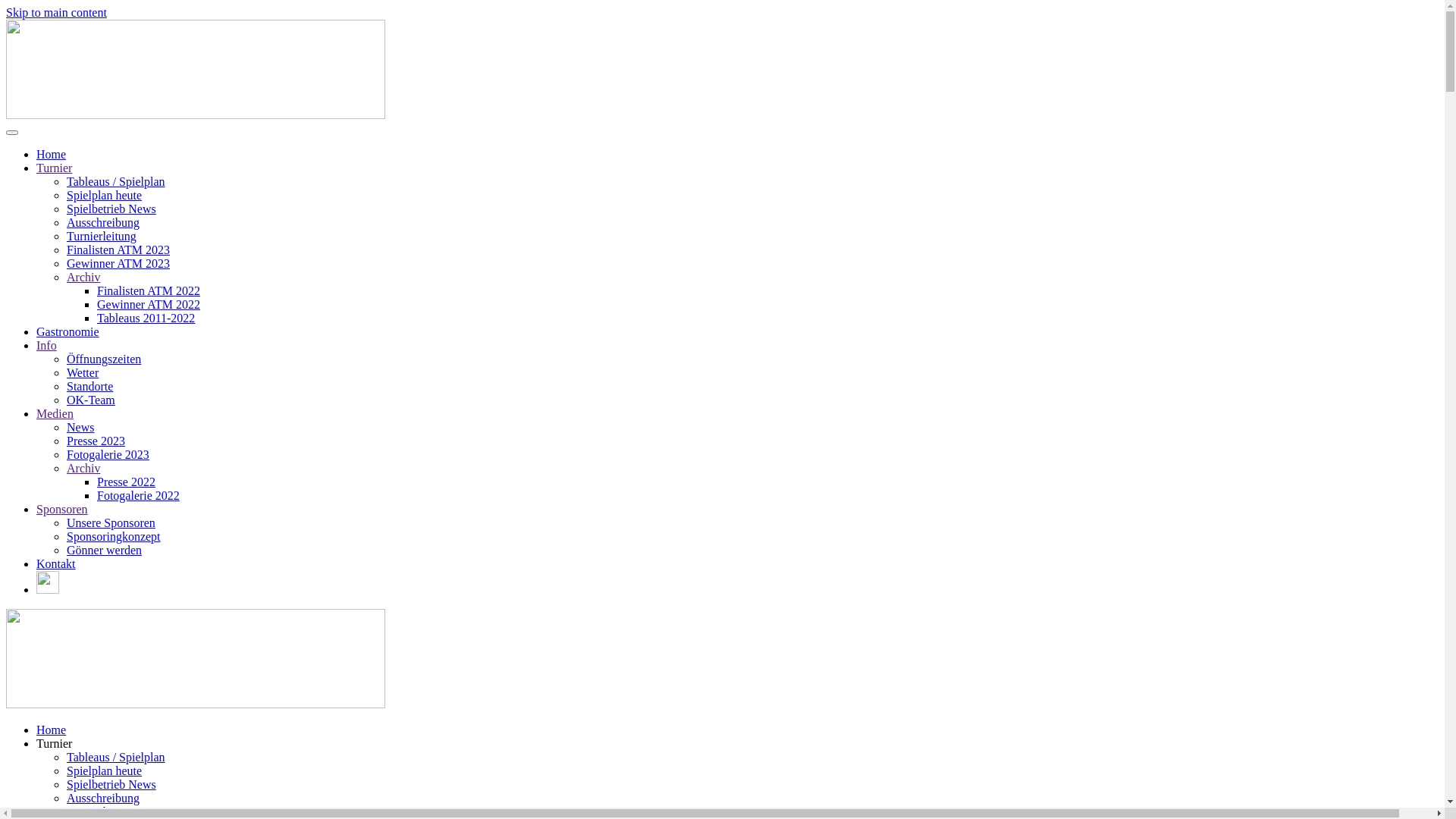  Describe the element at coordinates (55, 413) in the screenshot. I see `'Medien'` at that location.